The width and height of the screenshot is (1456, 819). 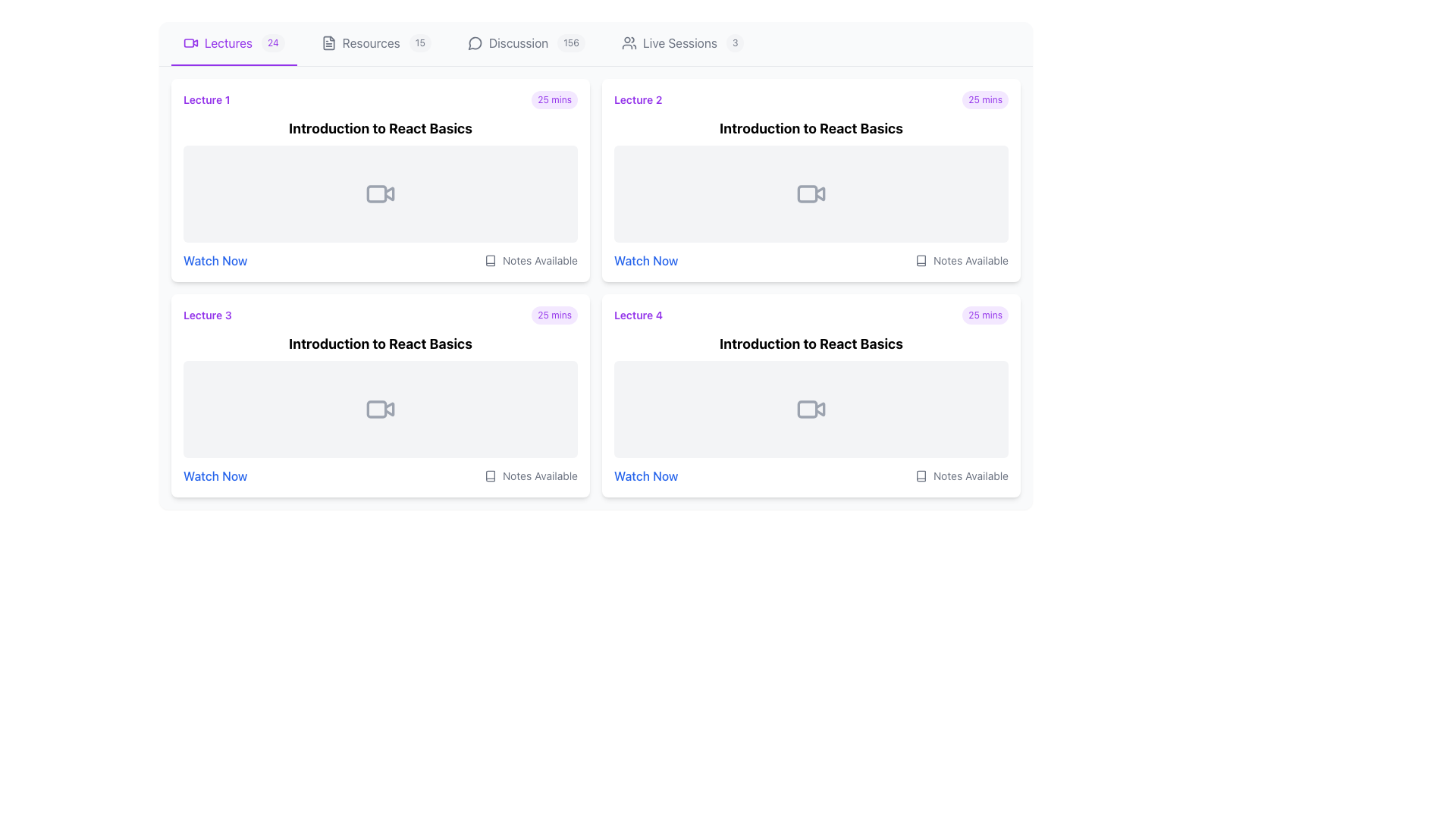 I want to click on the video icon, which is a gray rectangular box with rounded edges and a play button, located below the 'Introduction to React Basics' text in the third lecture card, so click(x=381, y=409).